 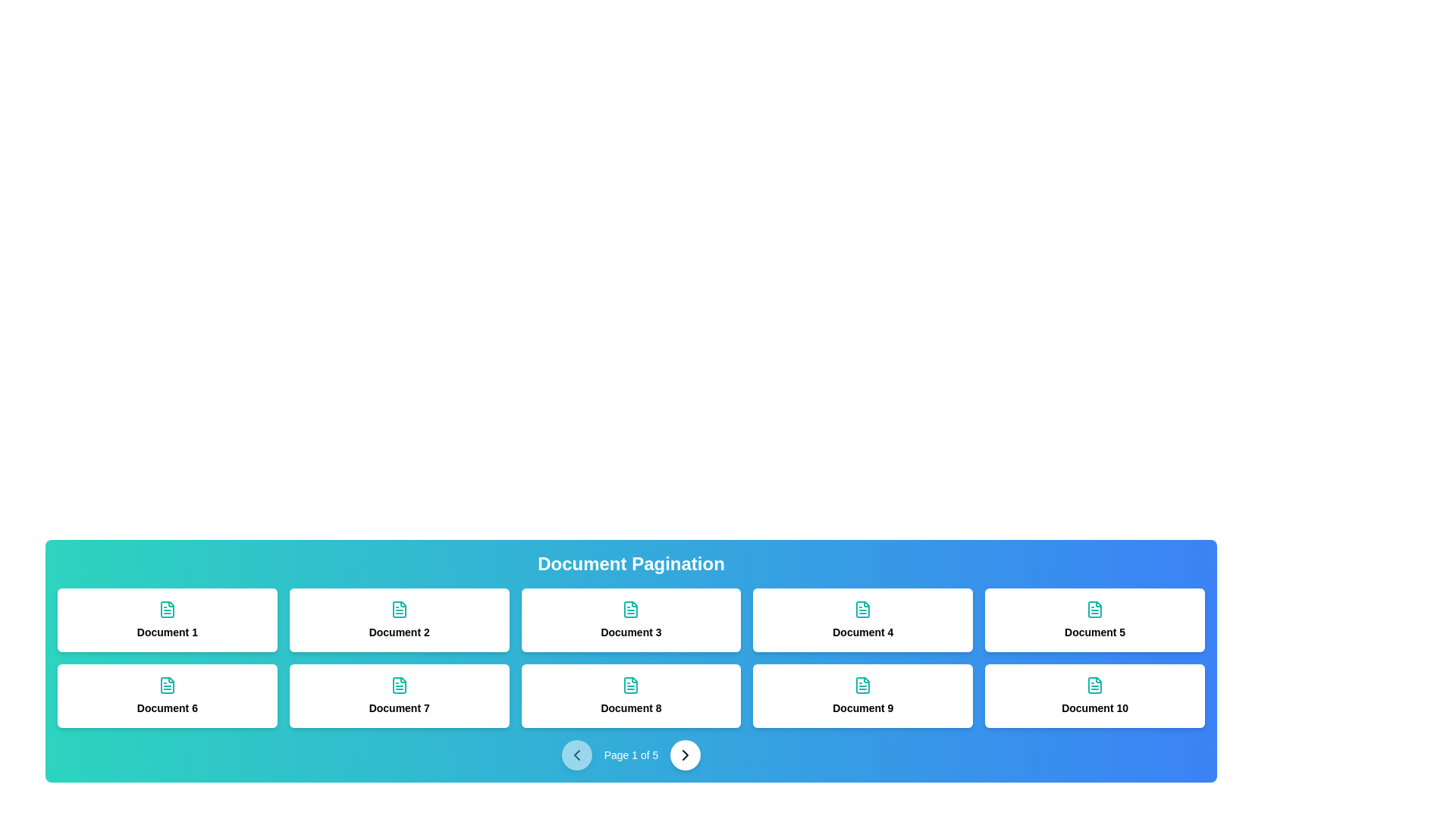 What do you see at coordinates (631, 708) in the screenshot?
I see `the text label that represents a document in the grid layout under 'Document Pagination', located in the second row and fourth column` at bounding box center [631, 708].